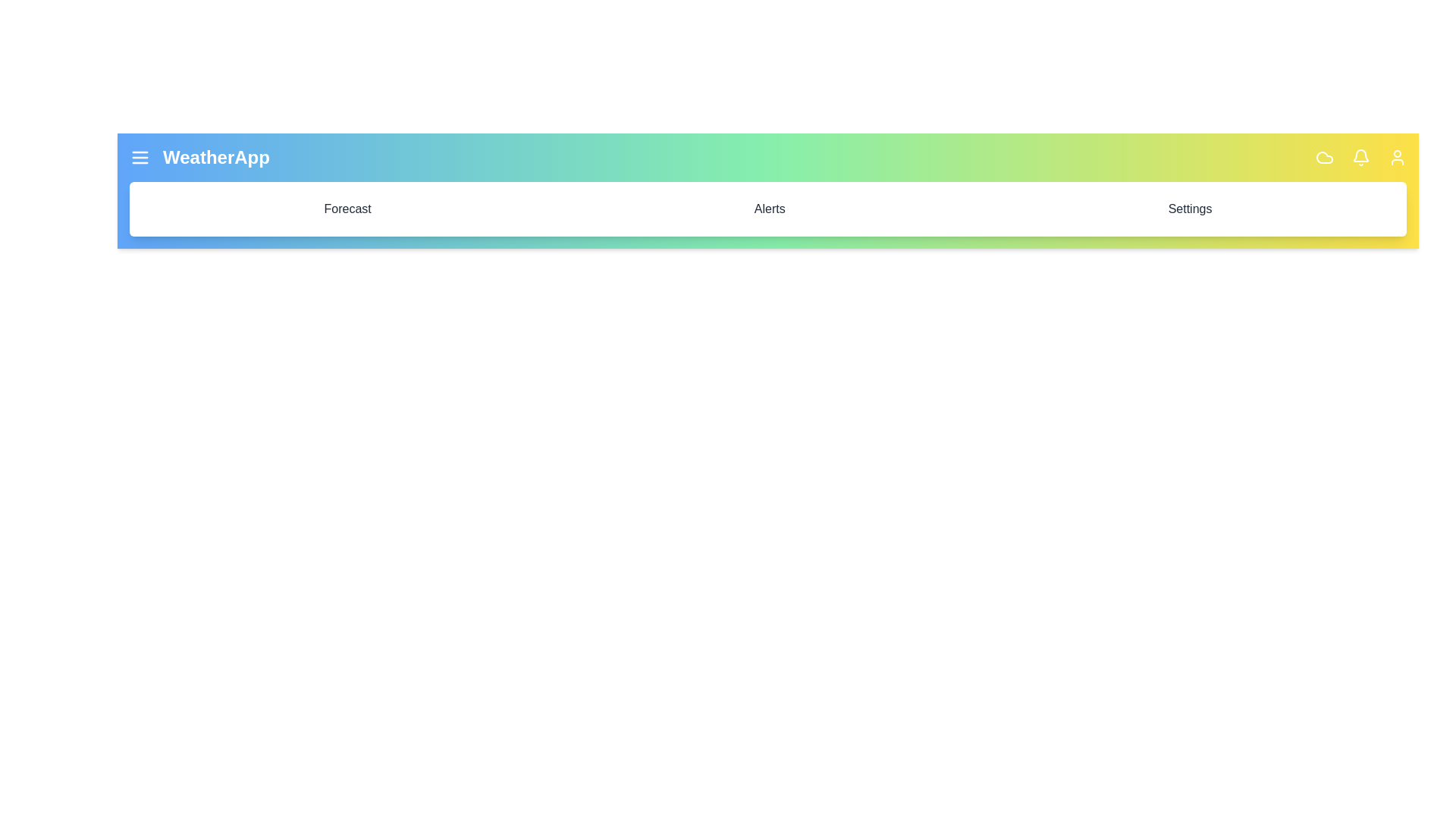  Describe the element at coordinates (1324, 158) in the screenshot. I see `the Cloud icon` at that location.